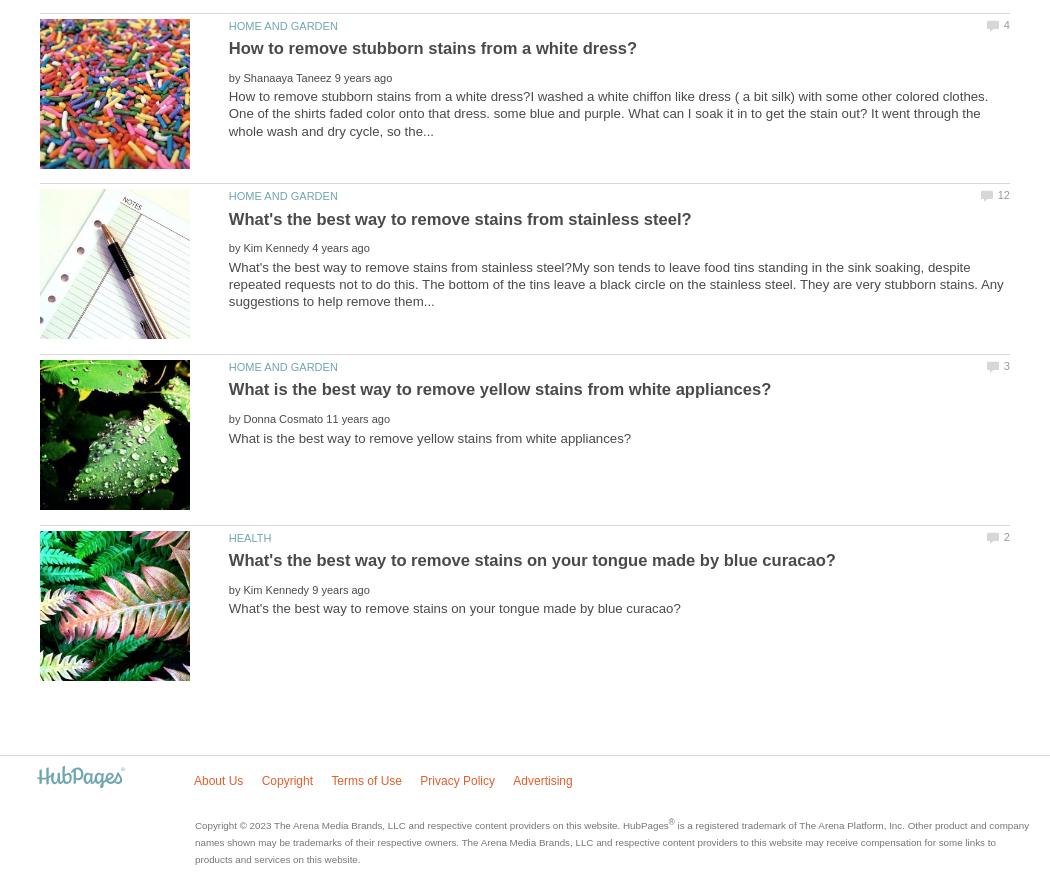 This screenshot has width=1050, height=873. What do you see at coordinates (285, 779) in the screenshot?
I see `'Copyright'` at bounding box center [285, 779].